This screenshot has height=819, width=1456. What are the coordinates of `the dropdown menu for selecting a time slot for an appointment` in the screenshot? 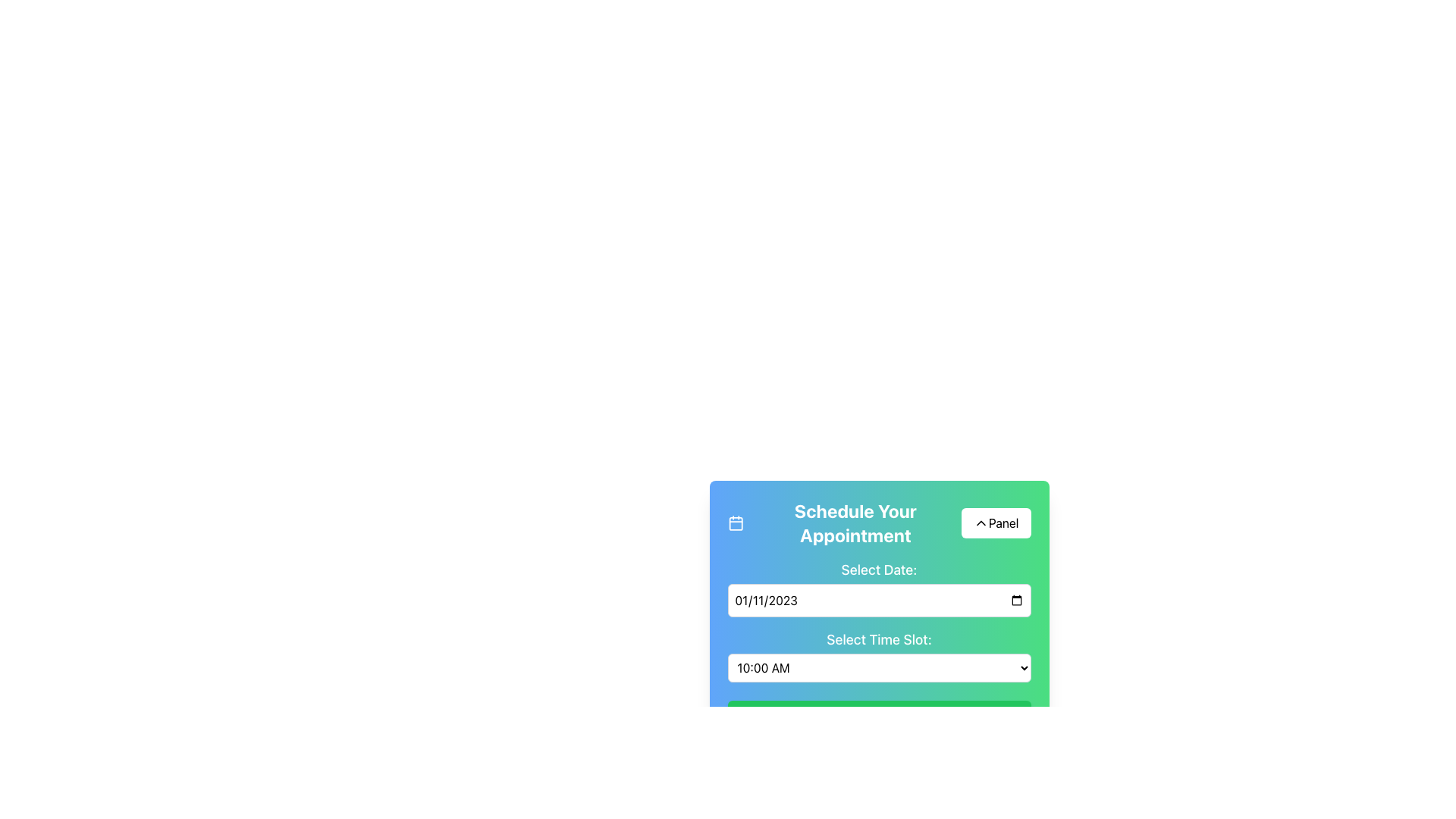 It's located at (879, 667).